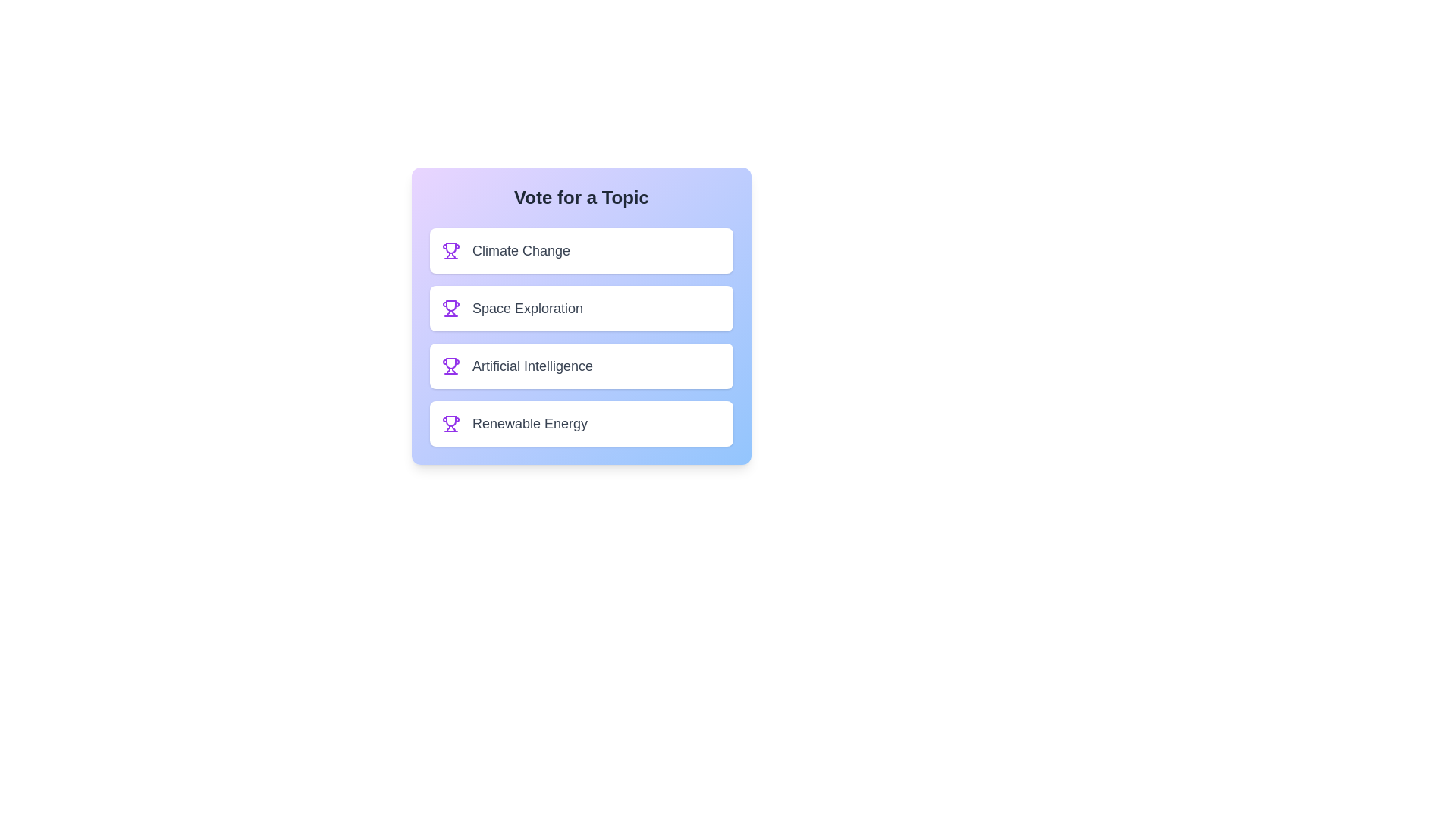 Image resolution: width=1456 pixels, height=819 pixels. Describe the element at coordinates (581, 315) in the screenshot. I see `the second button labeled 'Space Exploration' with a purple trophy icon in the vertical list under 'Vote for a Topic'` at that location.